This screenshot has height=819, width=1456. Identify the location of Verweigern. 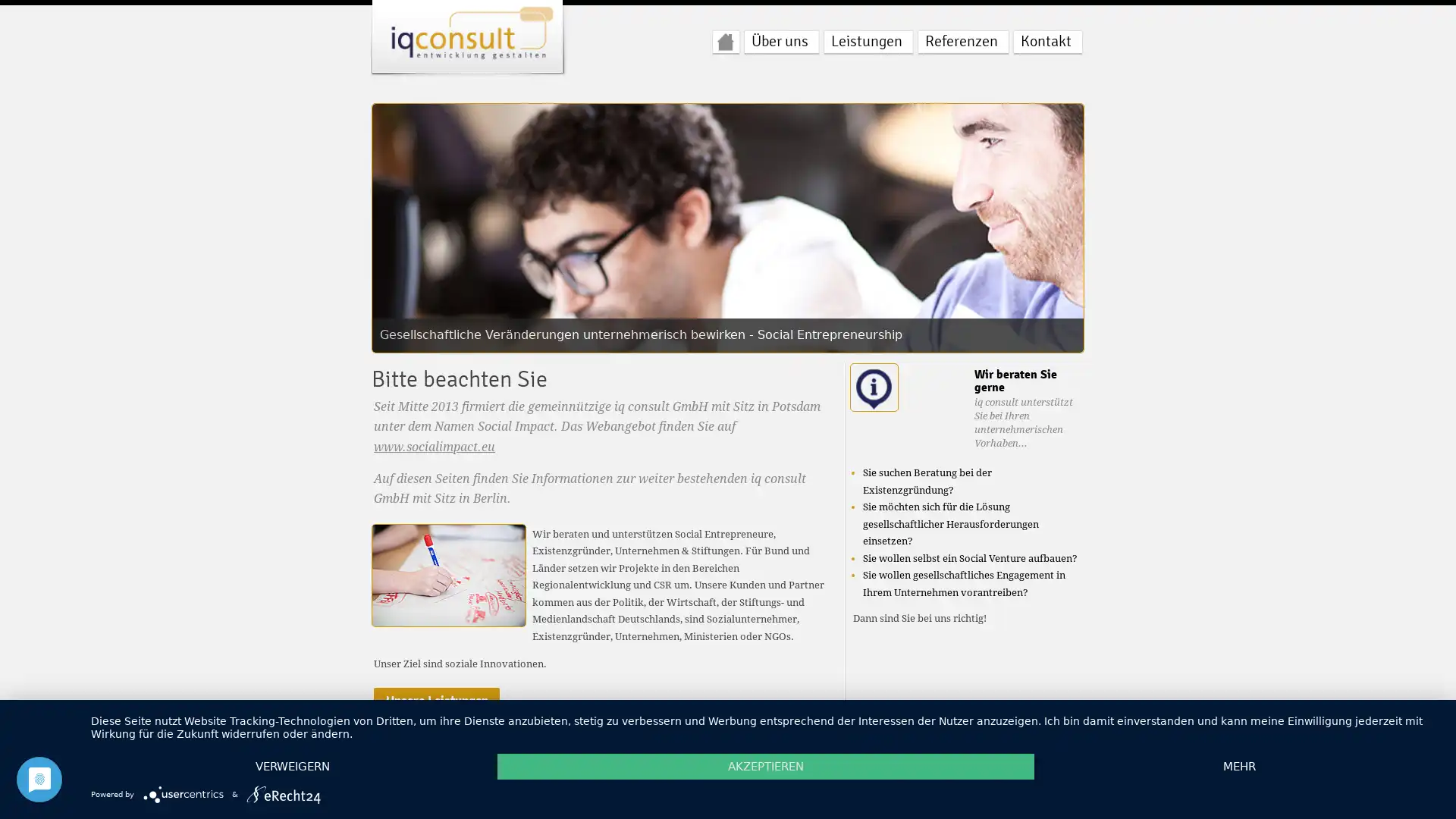
(292, 766).